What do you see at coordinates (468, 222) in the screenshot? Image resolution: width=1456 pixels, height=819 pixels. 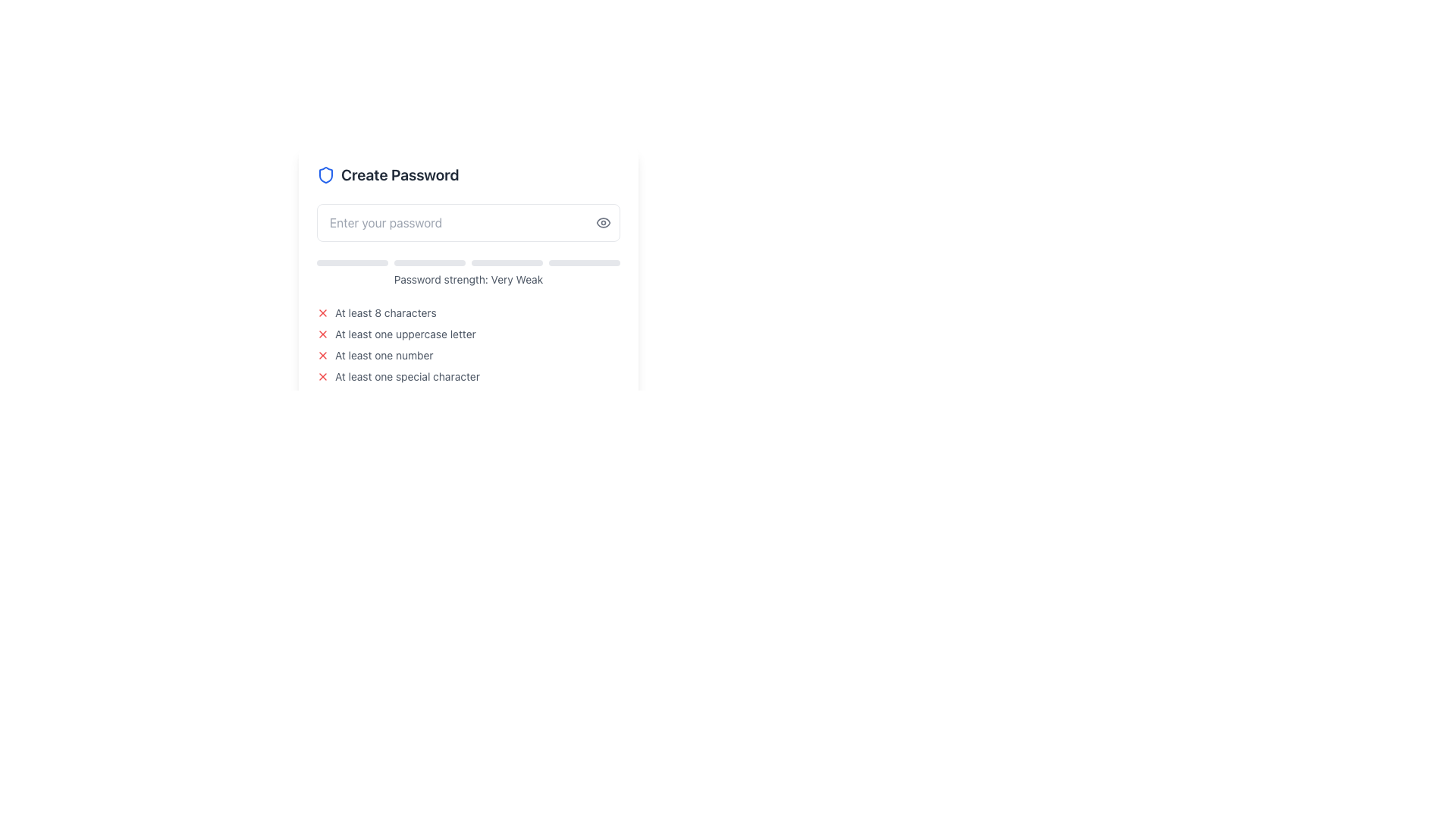 I see `the Password input field with the placeholder 'Enter your password'` at bounding box center [468, 222].